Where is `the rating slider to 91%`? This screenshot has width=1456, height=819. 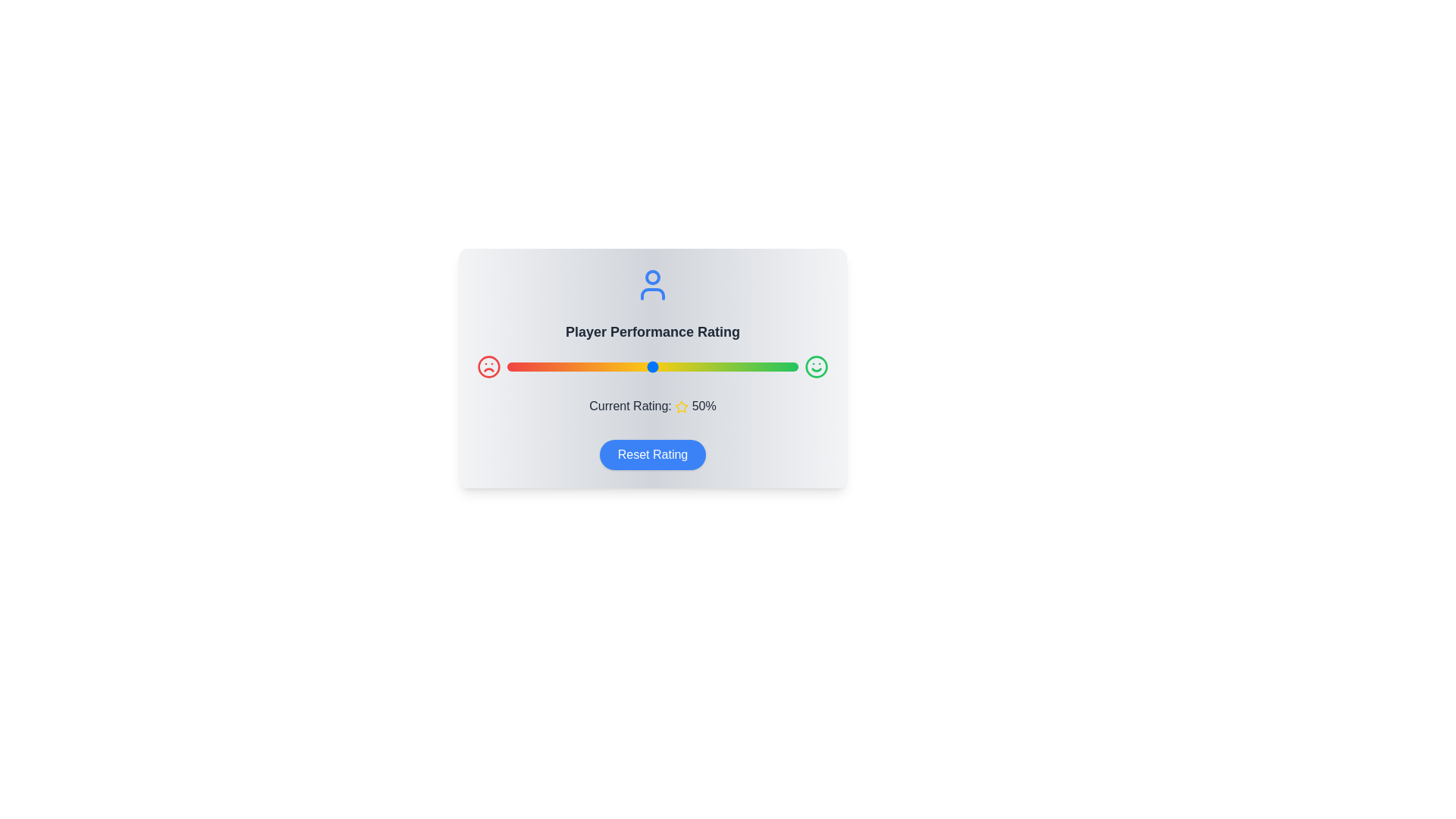 the rating slider to 91% is located at coordinates (772, 366).